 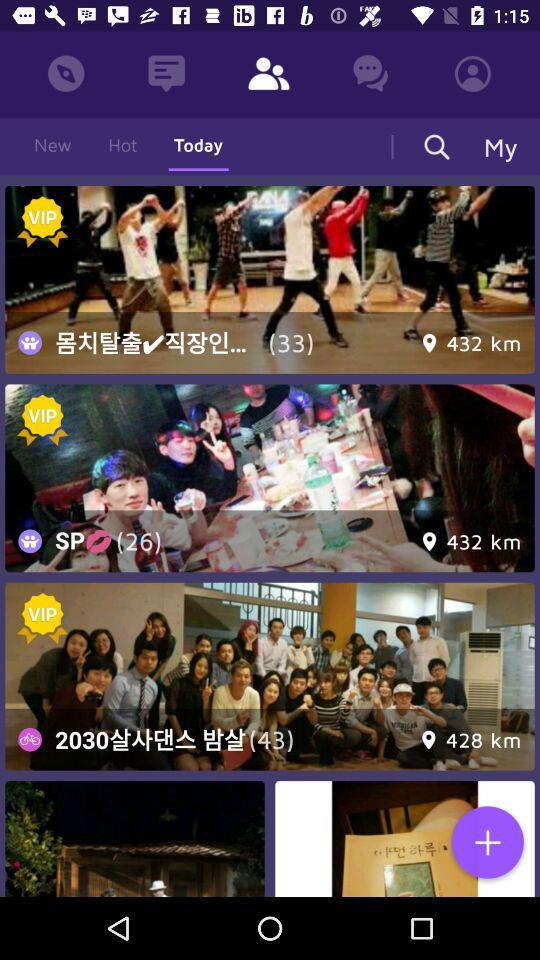 I want to click on image add button, so click(x=486, y=843).